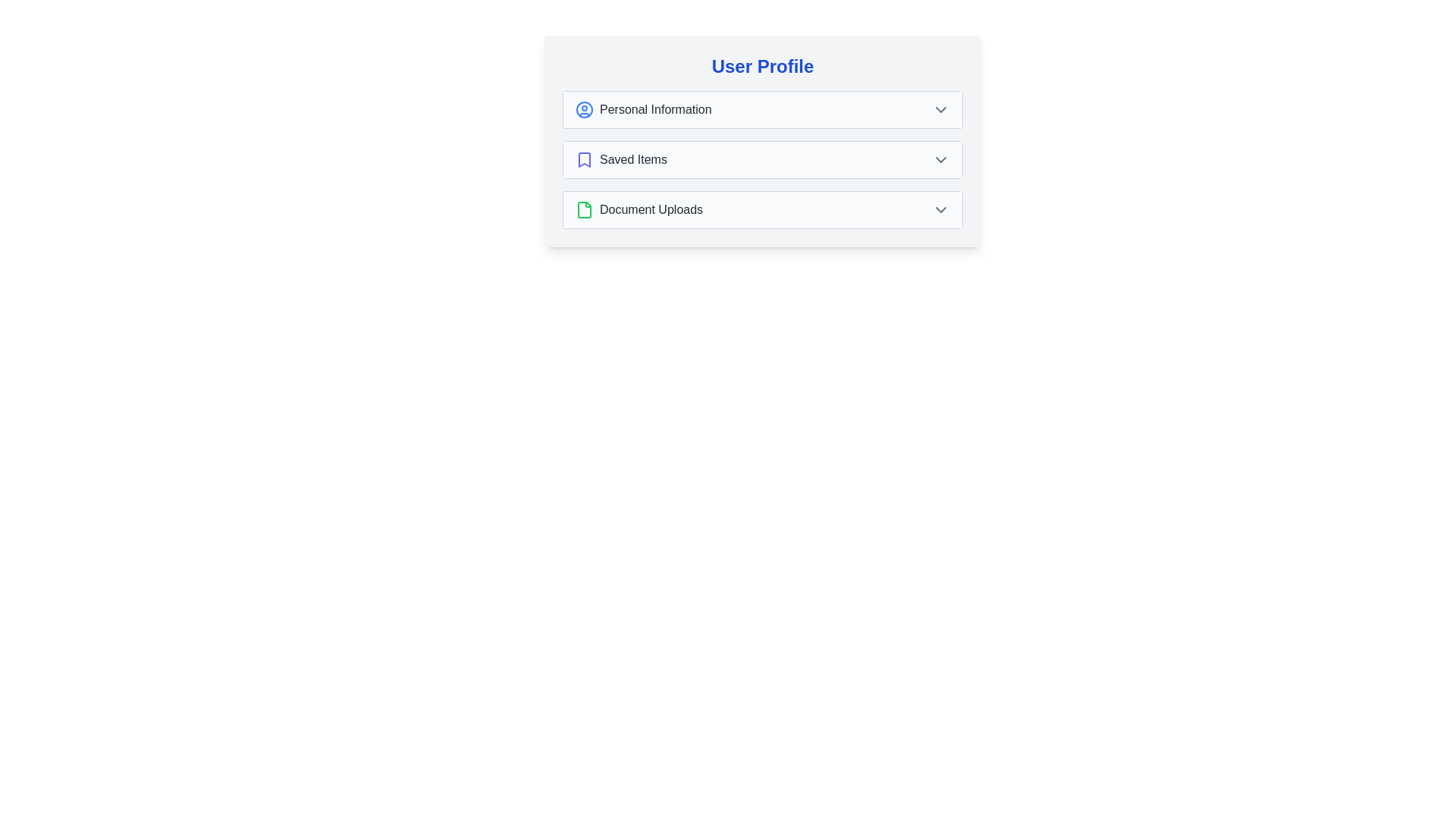 The width and height of the screenshot is (1456, 819). I want to click on the 'Document Uploads' icon located at the beginning of the row in the user profile section's menu, so click(584, 210).